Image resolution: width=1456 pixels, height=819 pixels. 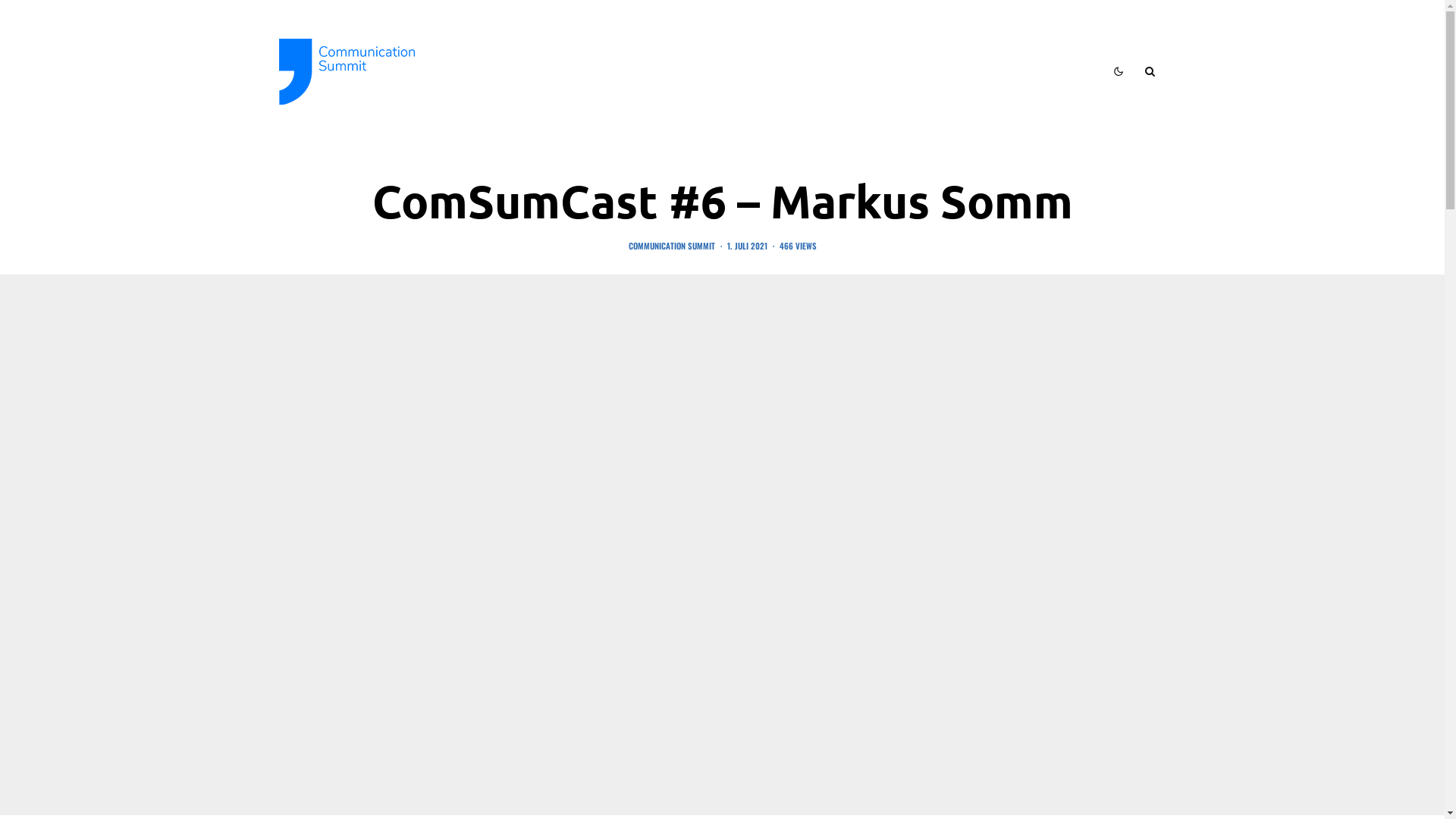 What do you see at coordinates (670, 245) in the screenshot?
I see `'COMMUNICATION SUMMIT'` at bounding box center [670, 245].